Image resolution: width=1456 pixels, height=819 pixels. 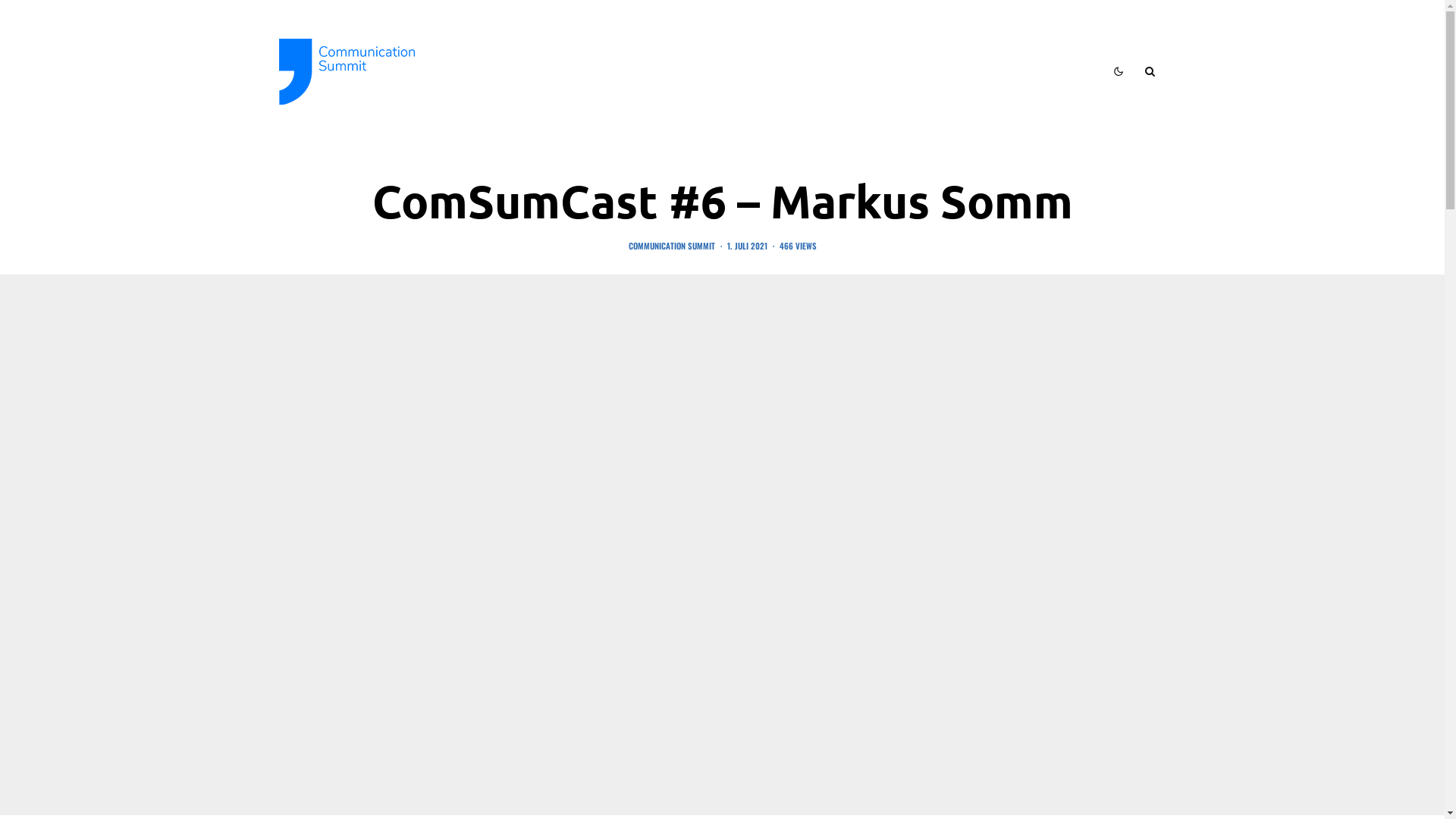 What do you see at coordinates (670, 245) in the screenshot?
I see `'COMMUNICATION SUMMIT'` at bounding box center [670, 245].